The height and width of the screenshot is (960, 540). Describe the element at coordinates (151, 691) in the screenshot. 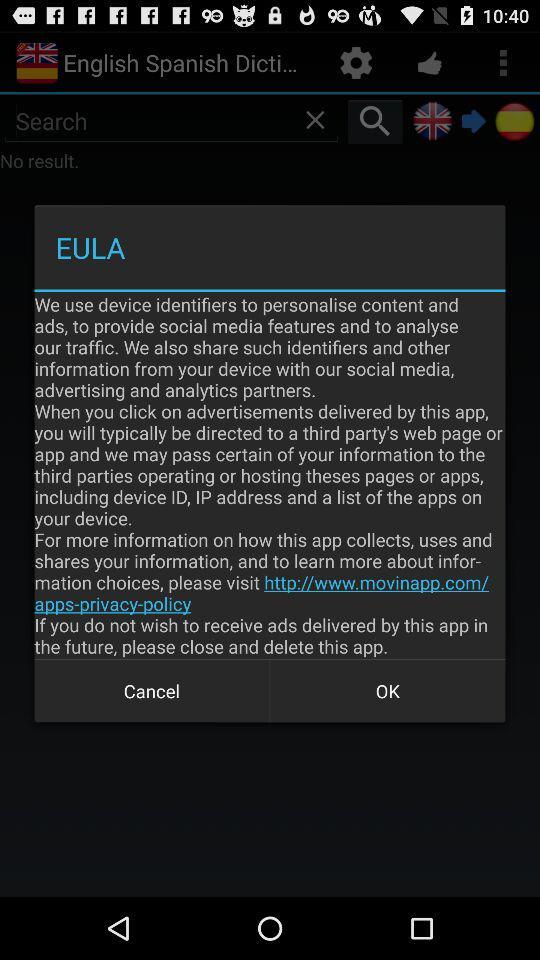

I see `icon at the bottom left corner` at that location.